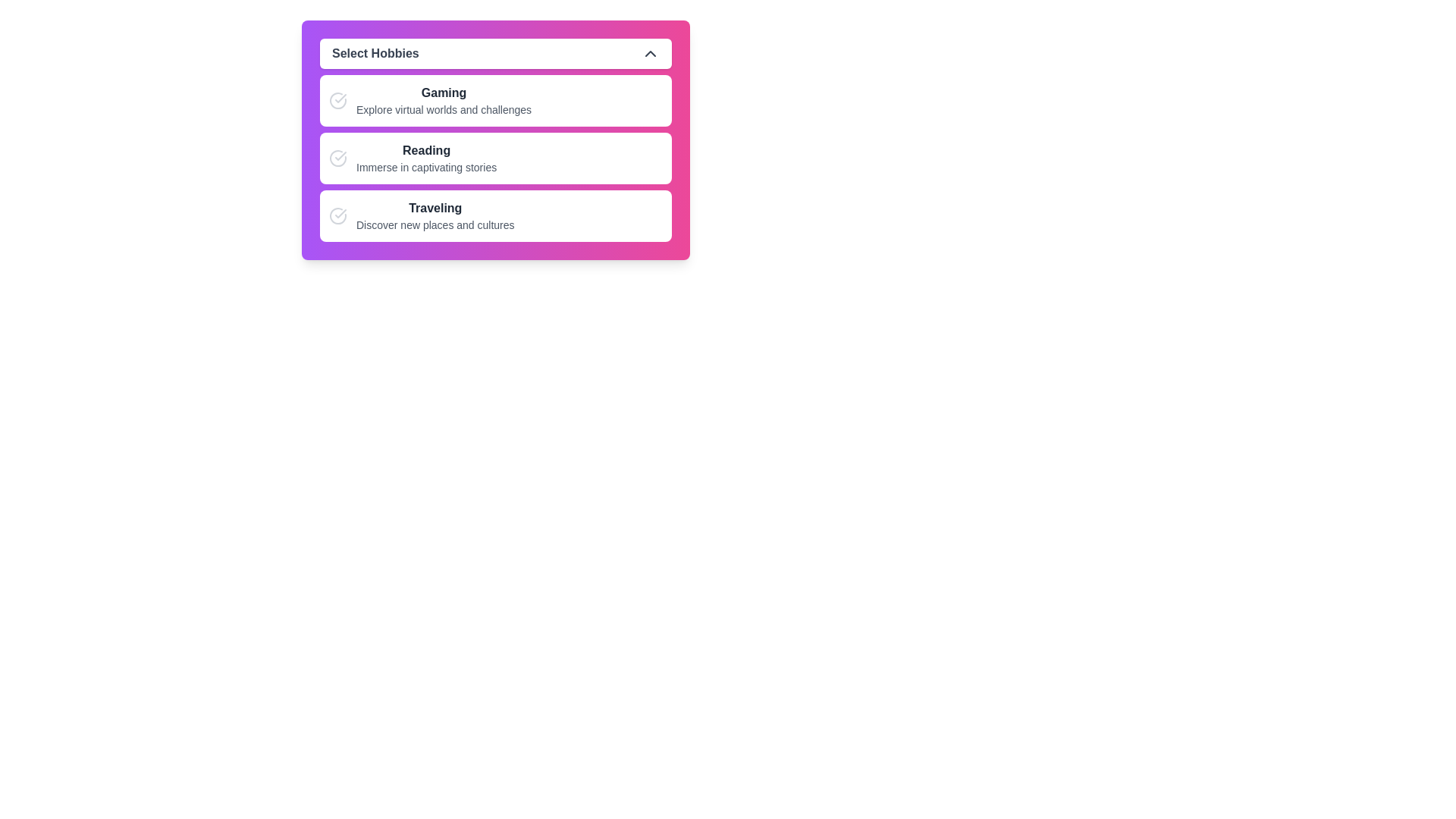 The height and width of the screenshot is (819, 1456). Describe the element at coordinates (337, 216) in the screenshot. I see `the Progress or selection icon located on the leftmost side of the 'Traveling' section, which is the third list entry underneath the 'Select Hobbies' title` at that location.